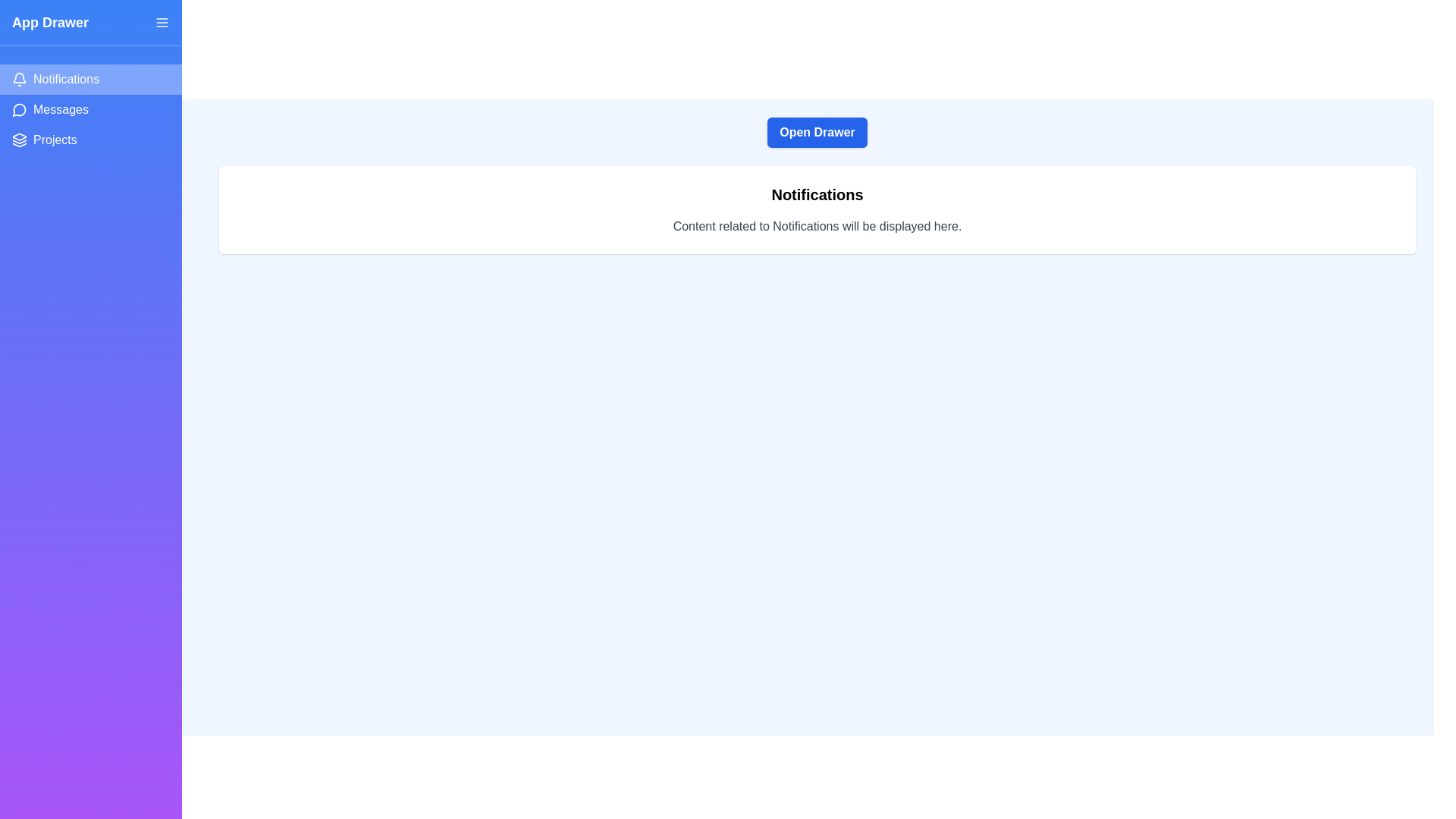 This screenshot has width=1456, height=819. What do you see at coordinates (90, 109) in the screenshot?
I see `the sidebar option Messages` at bounding box center [90, 109].